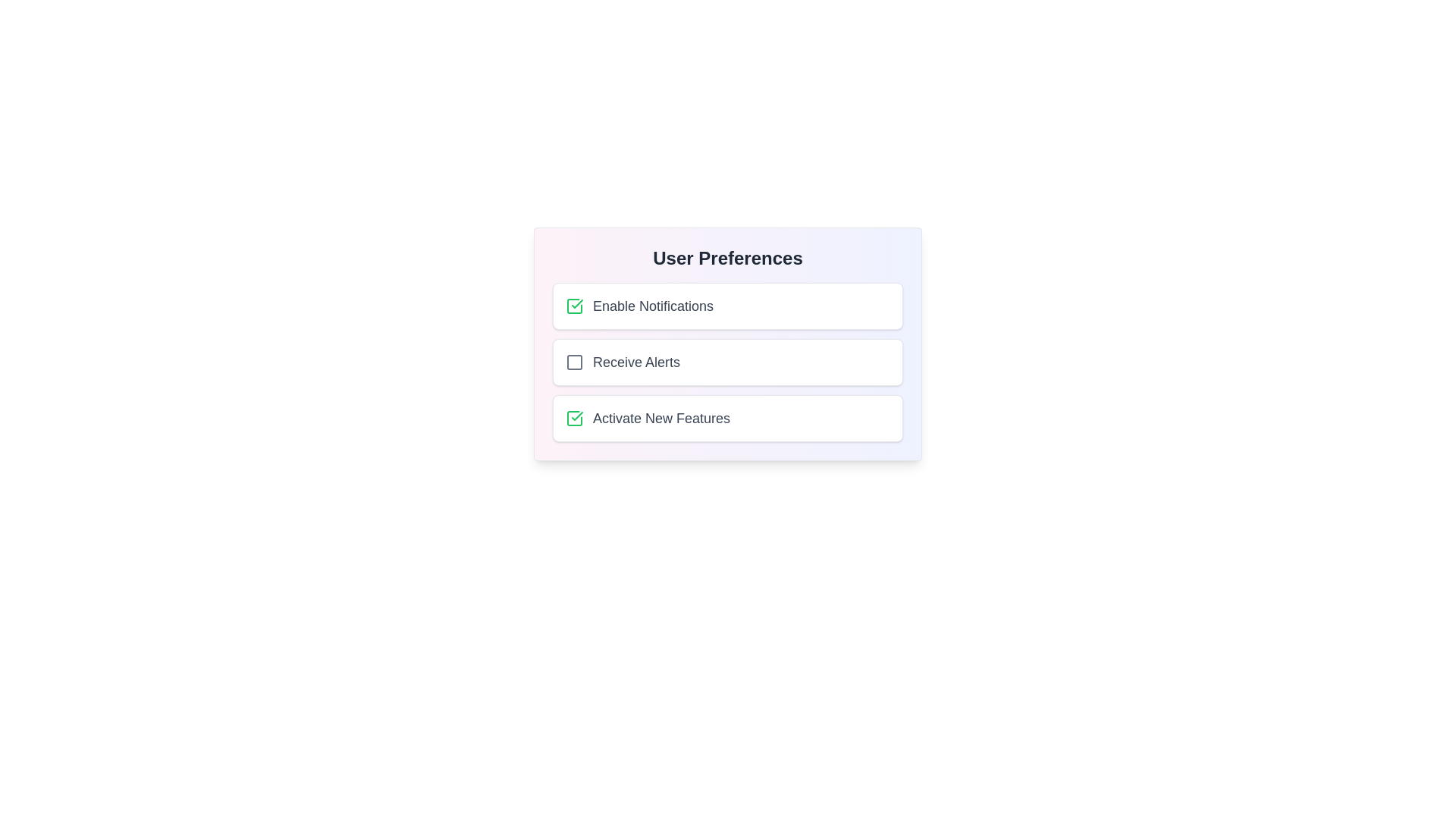 Image resolution: width=1456 pixels, height=819 pixels. What do you see at coordinates (728, 257) in the screenshot?
I see `the main heading text element labeled 'User Preferences'` at bounding box center [728, 257].